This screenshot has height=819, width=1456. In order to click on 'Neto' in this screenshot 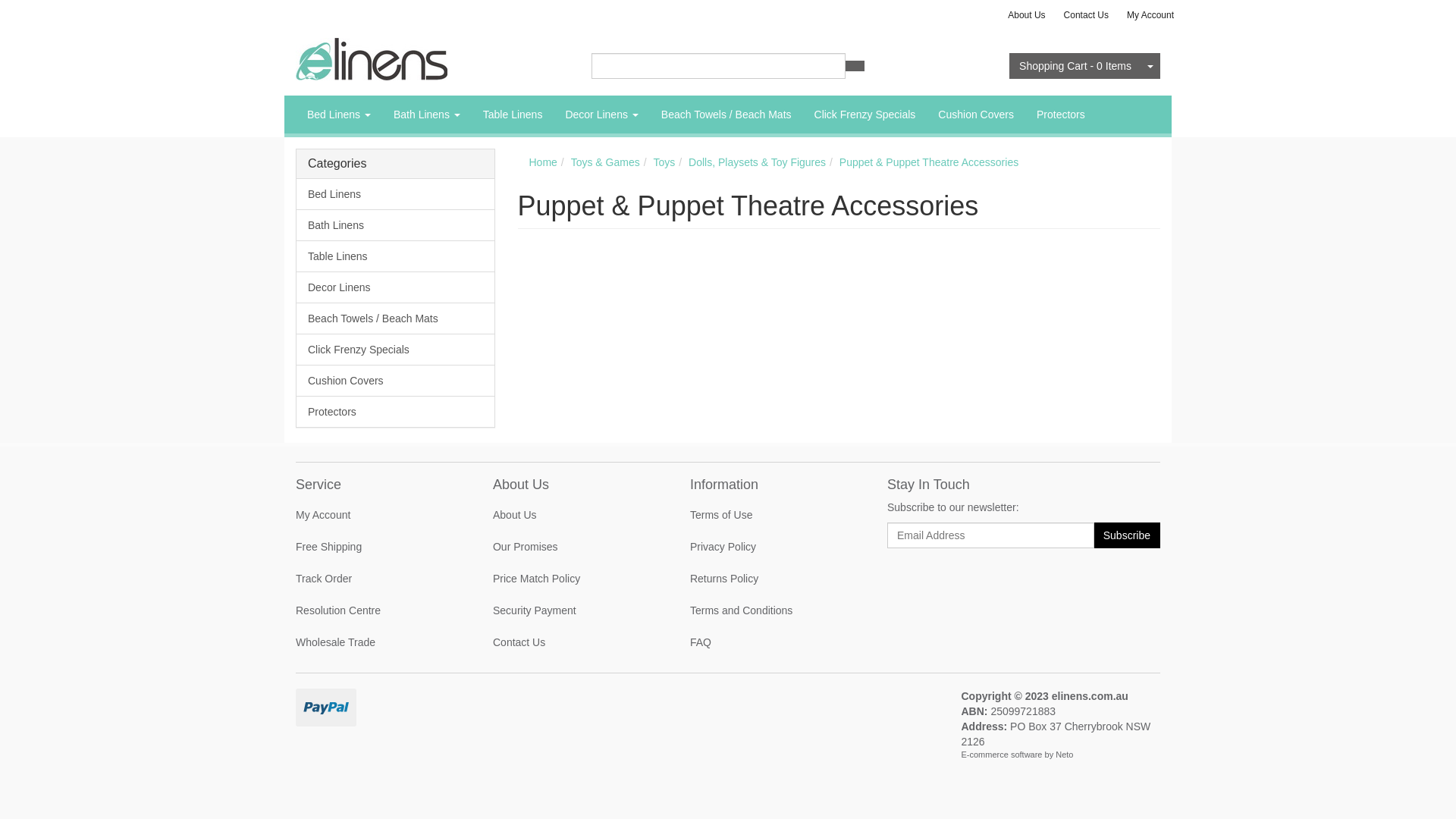, I will do `click(1055, 755)`.